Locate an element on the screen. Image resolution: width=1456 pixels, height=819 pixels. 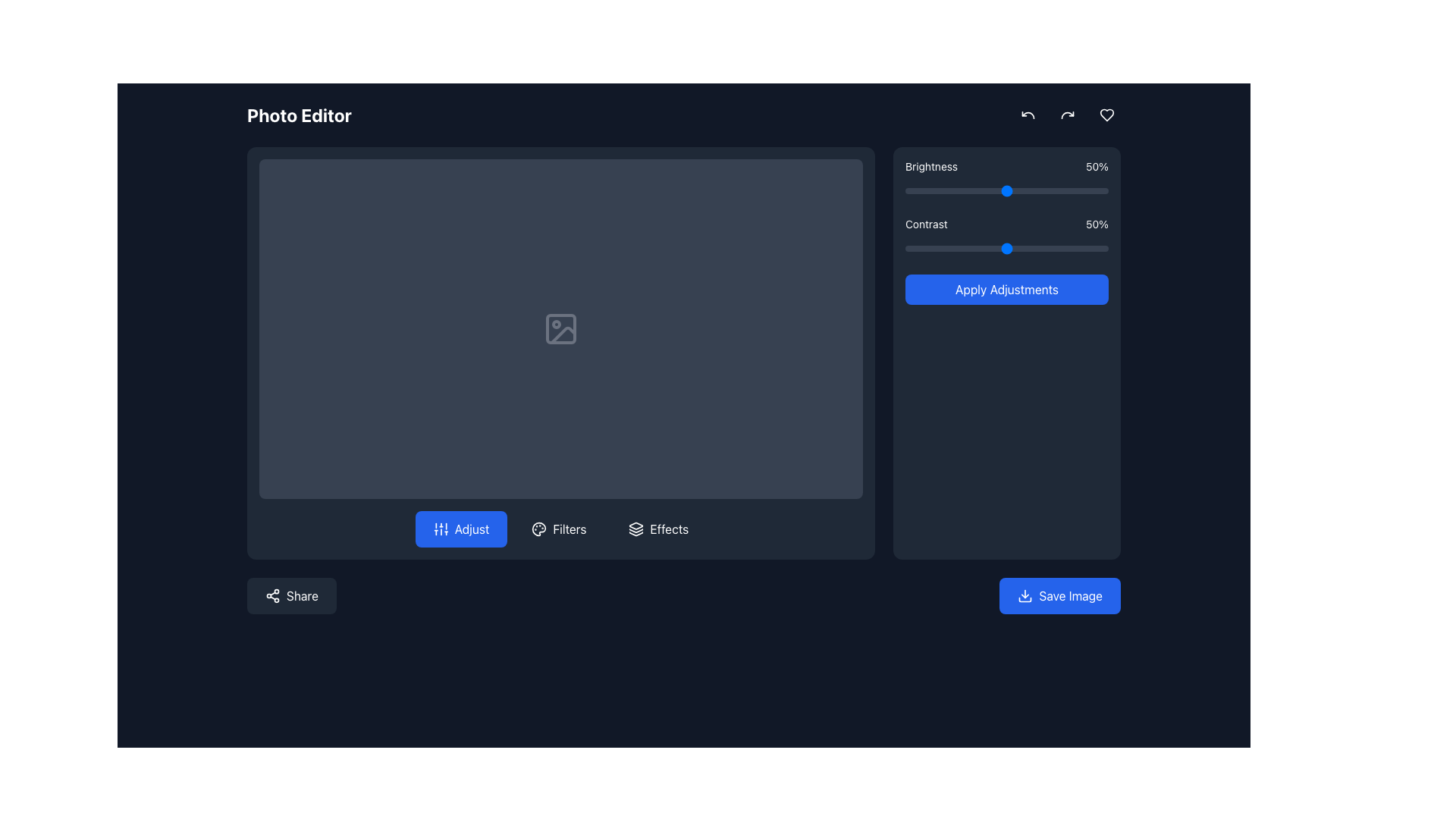
the Content placeholder, which is a rectangular area with a dark gray background and a rounded border, featuring a smaller picture icon in the center is located at coordinates (560, 327).